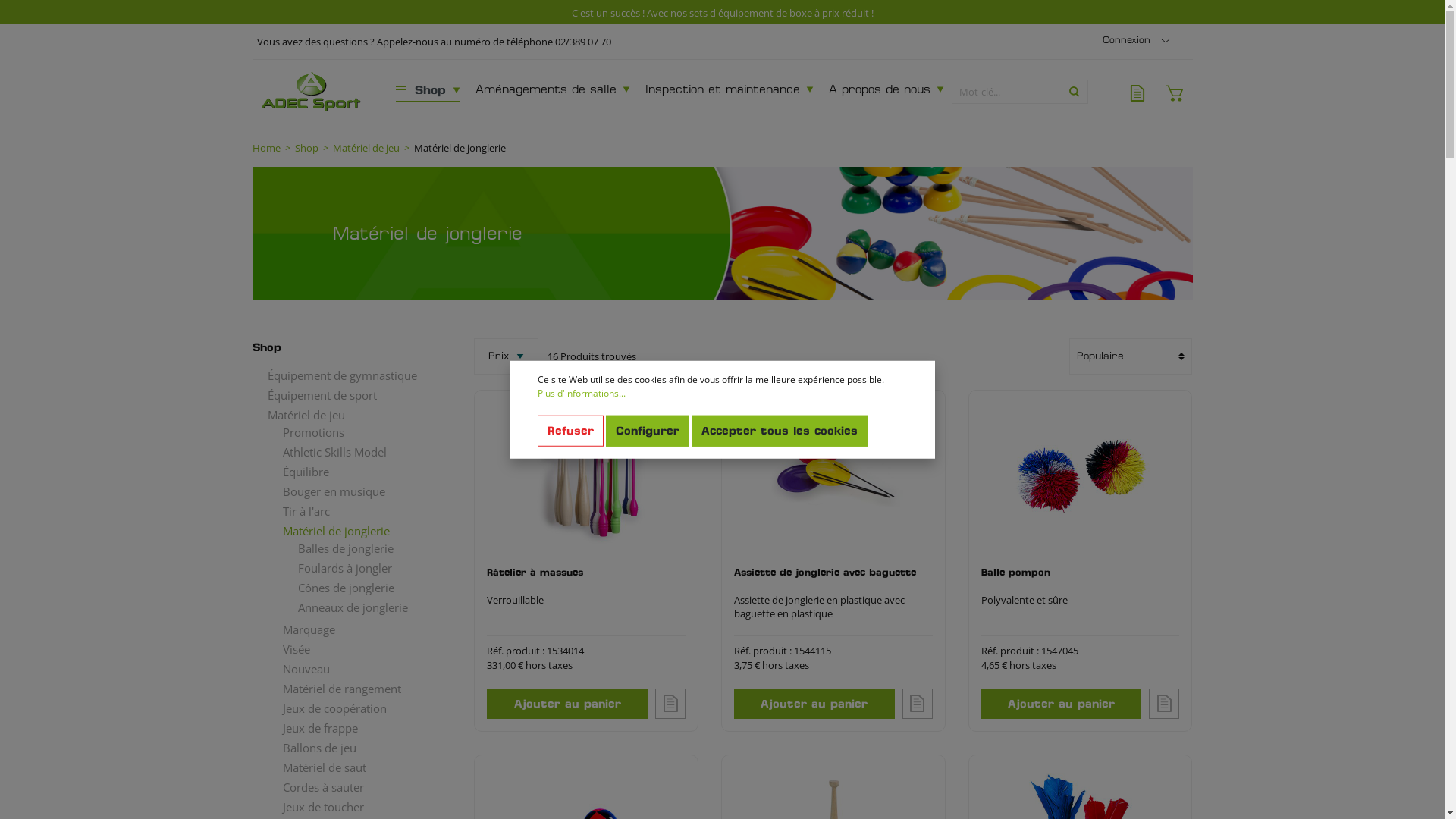 The image size is (1456, 819). I want to click on 'Balle pompon', so click(1080, 476).